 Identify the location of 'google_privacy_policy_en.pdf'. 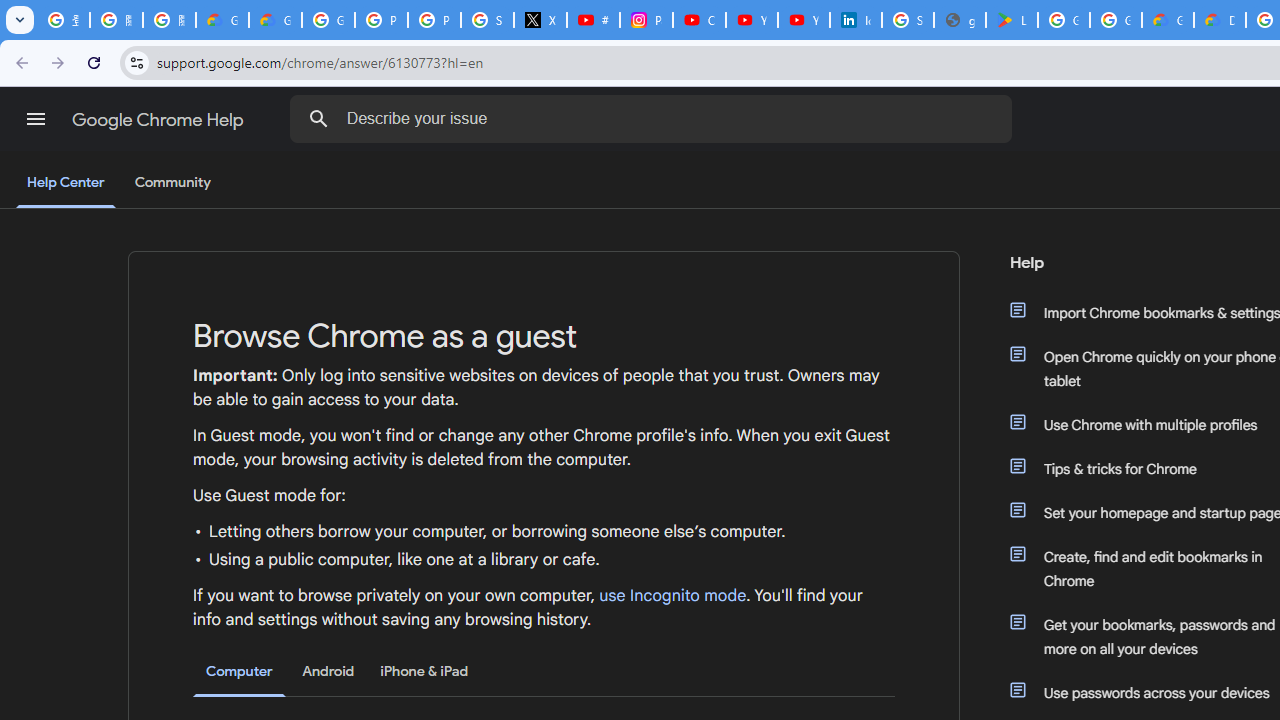
(960, 20).